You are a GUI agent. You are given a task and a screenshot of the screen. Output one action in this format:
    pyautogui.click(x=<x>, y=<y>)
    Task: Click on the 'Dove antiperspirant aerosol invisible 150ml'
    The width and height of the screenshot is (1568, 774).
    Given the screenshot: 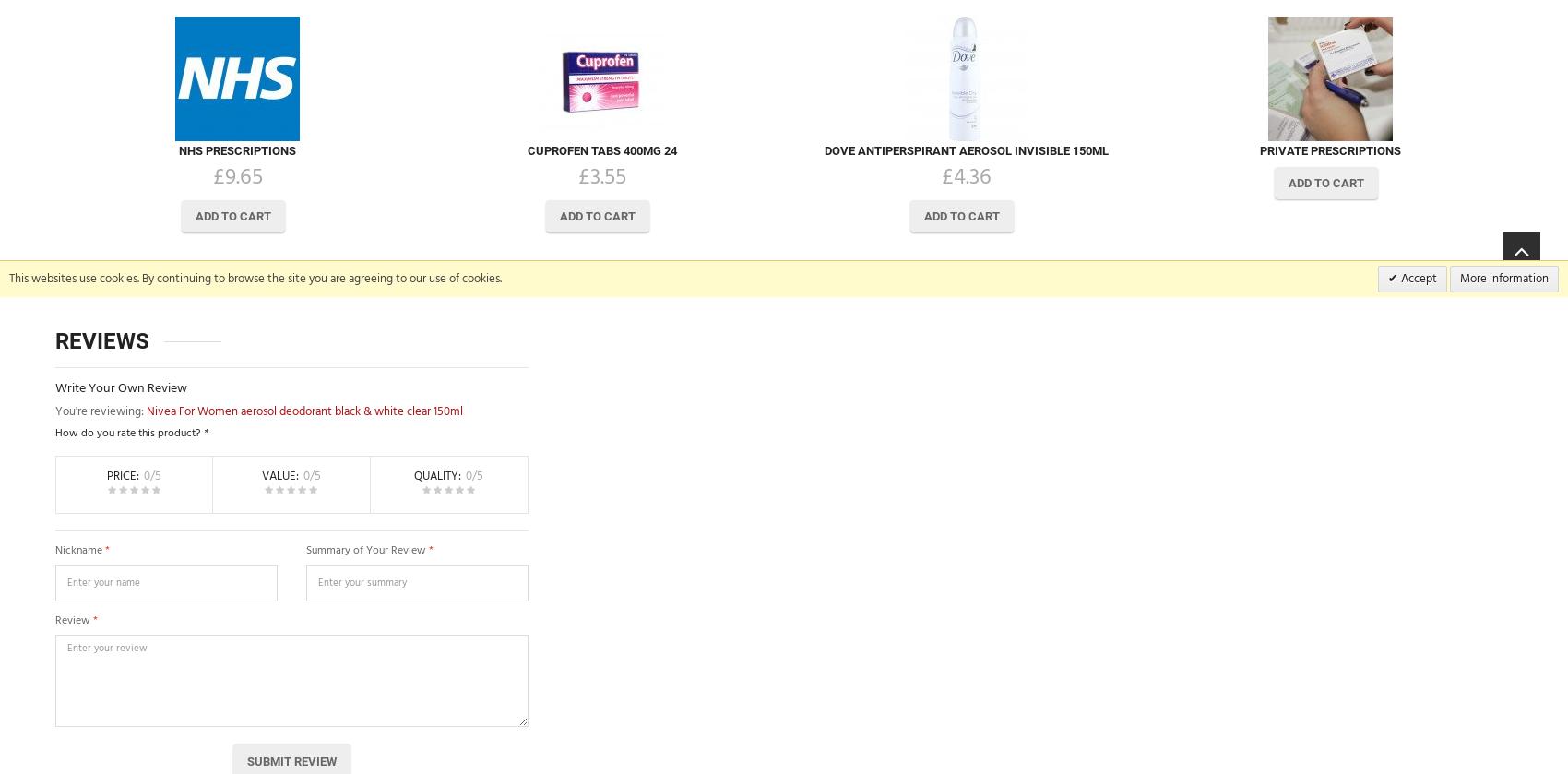 What is the action you would take?
    pyautogui.click(x=965, y=149)
    